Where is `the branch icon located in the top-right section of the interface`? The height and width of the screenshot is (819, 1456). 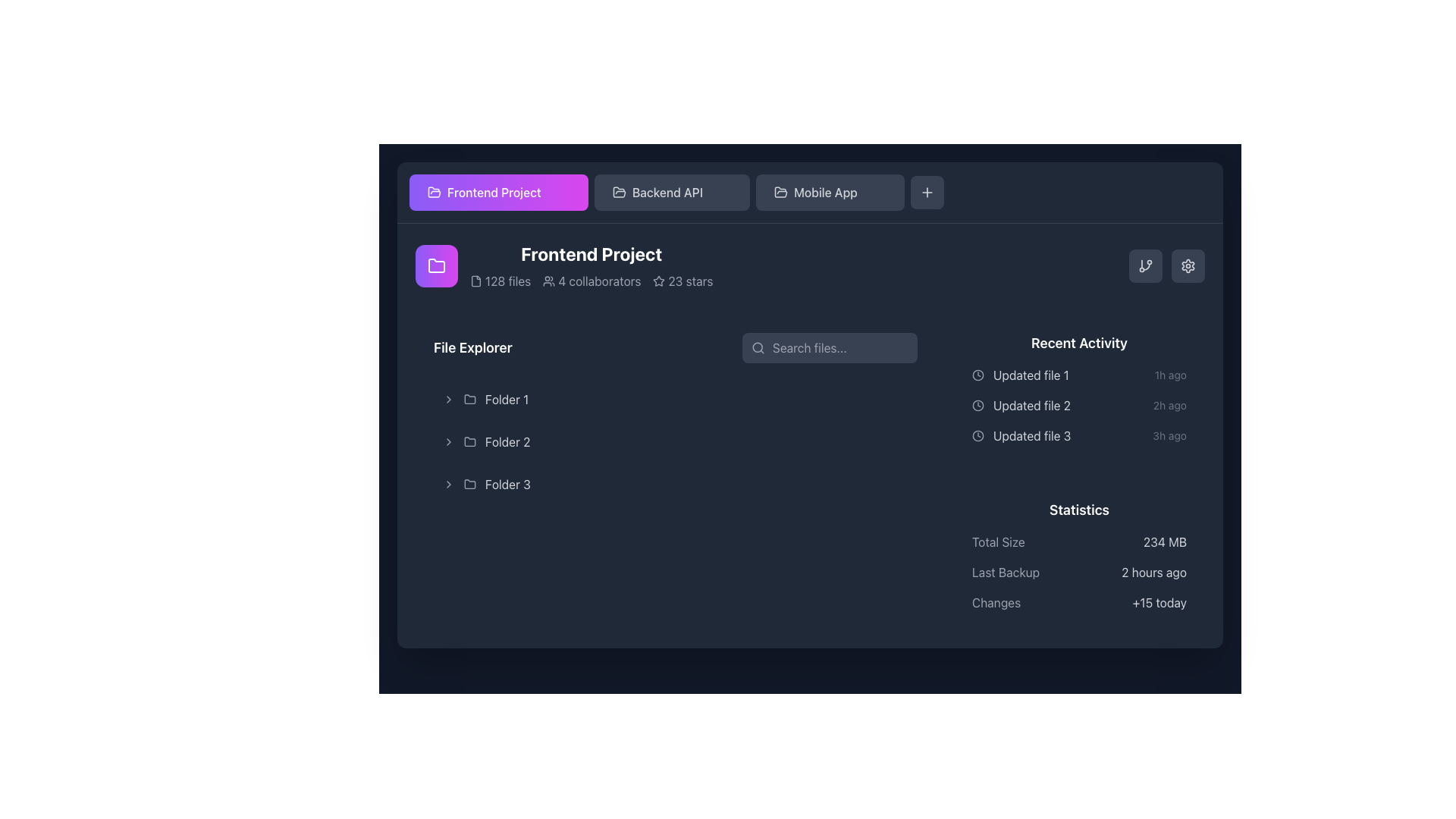
the branch icon located in the top-right section of the interface is located at coordinates (1146, 265).